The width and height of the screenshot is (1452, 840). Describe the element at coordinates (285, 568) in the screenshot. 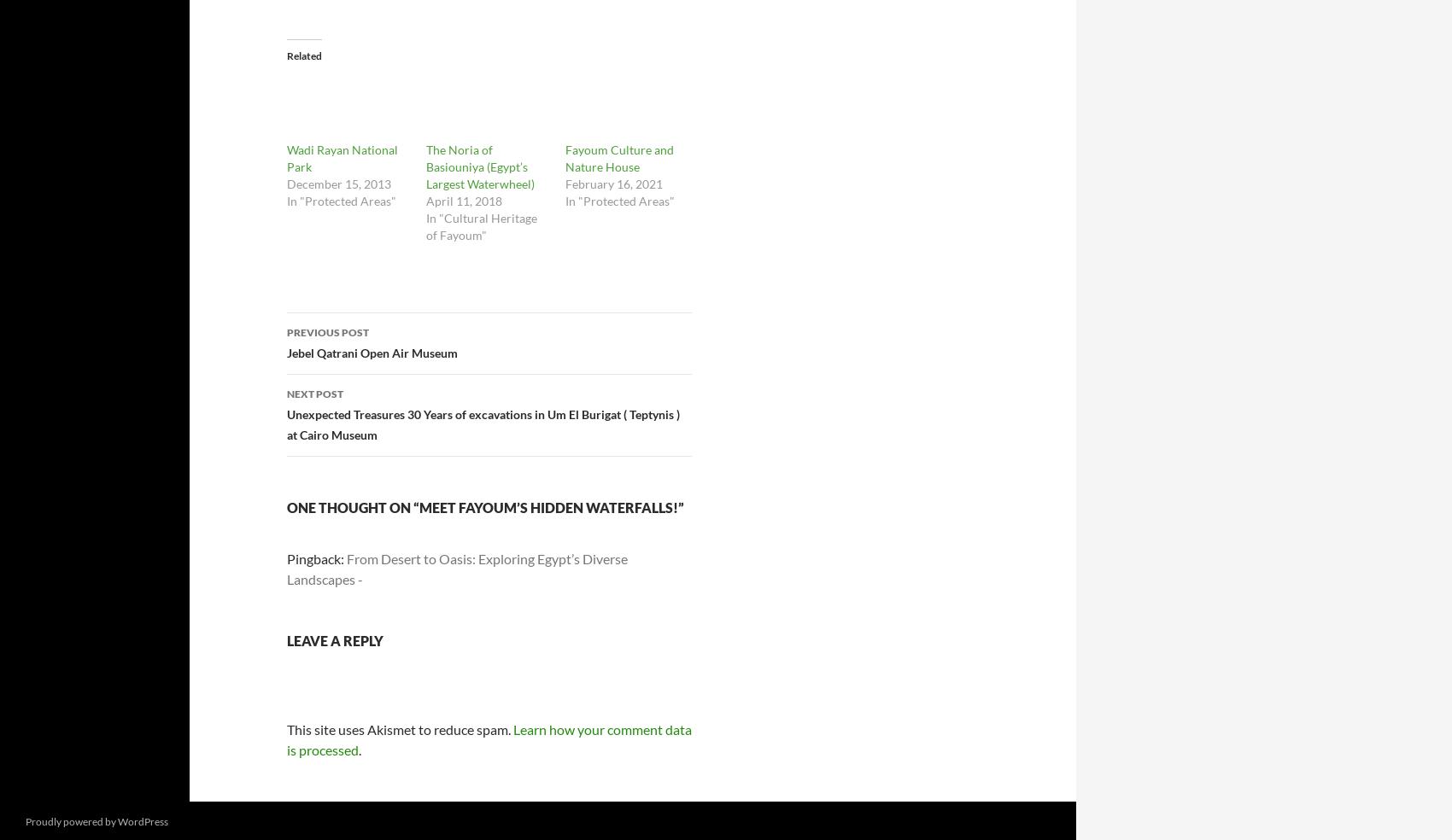

I see `'From Desert to Oasis: Exploring Egypt’s Diverse Landscapes -'` at that location.